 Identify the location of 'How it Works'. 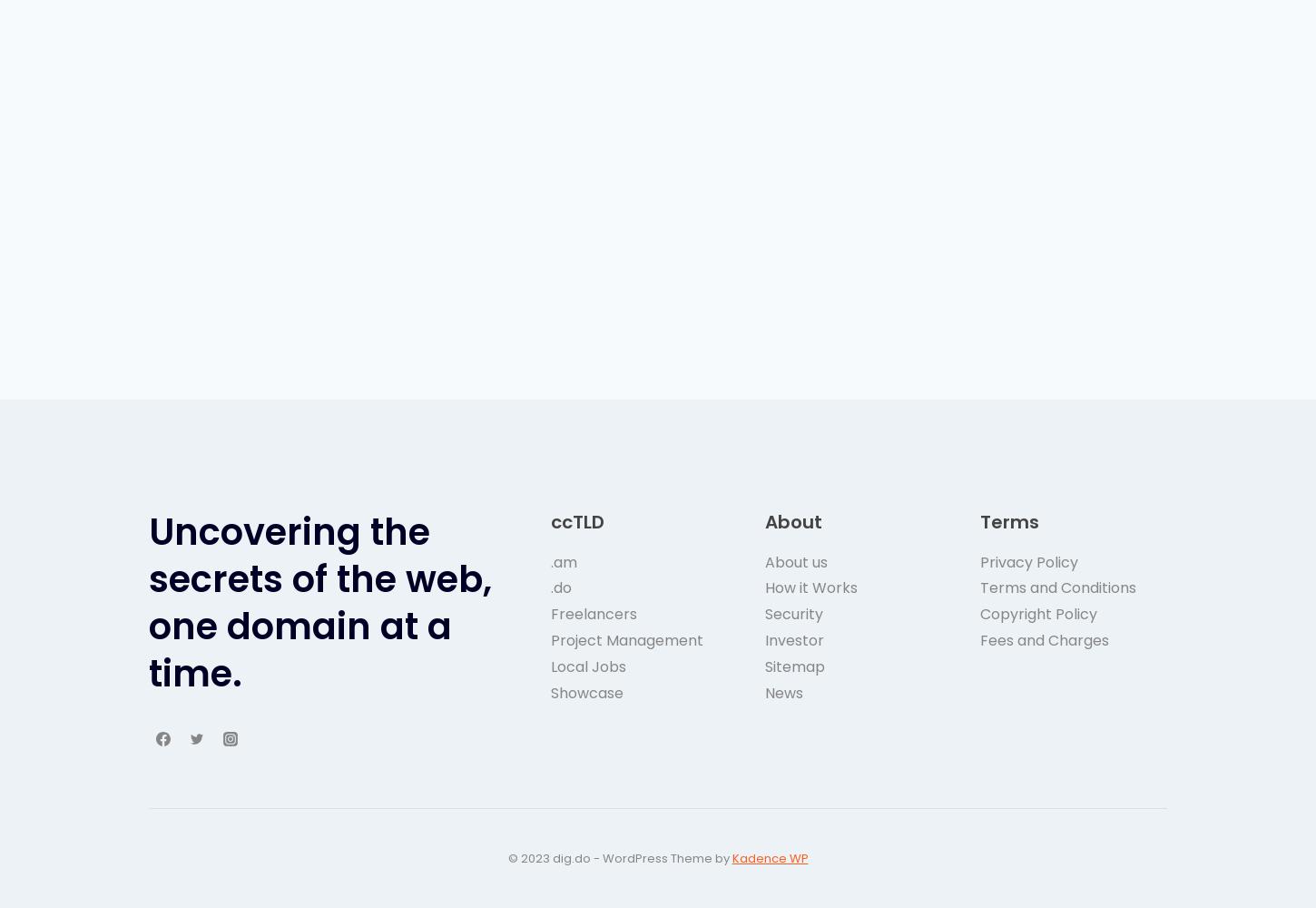
(765, 587).